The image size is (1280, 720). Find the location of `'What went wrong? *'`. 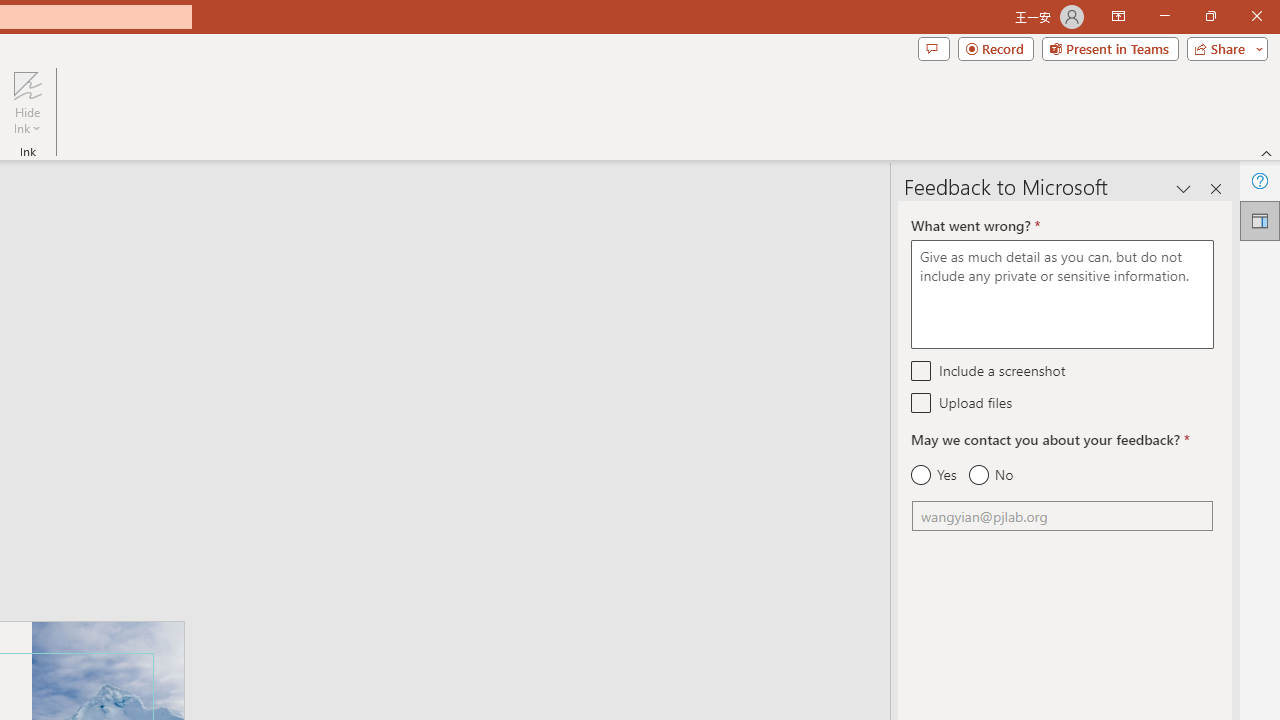

'What went wrong? *' is located at coordinates (1061, 294).